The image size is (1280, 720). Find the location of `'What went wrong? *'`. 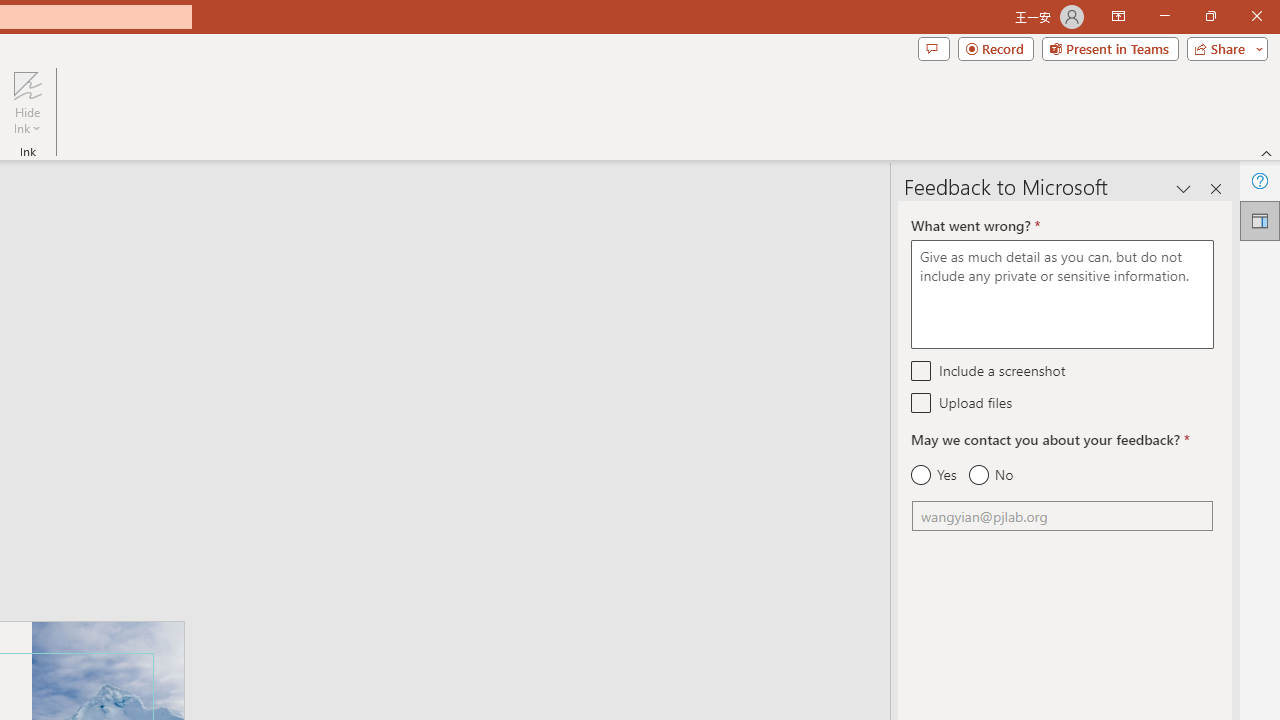

'What went wrong? *' is located at coordinates (1061, 294).